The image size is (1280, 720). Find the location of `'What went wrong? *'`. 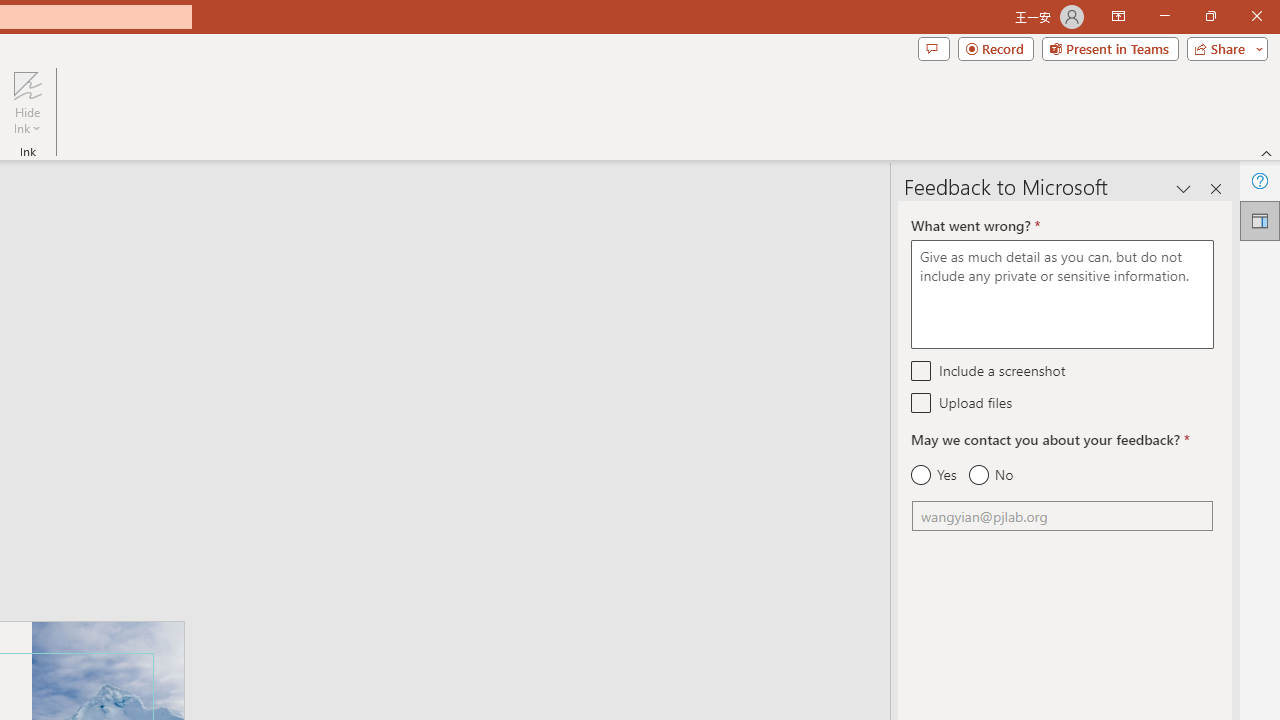

'What went wrong? *' is located at coordinates (1061, 294).